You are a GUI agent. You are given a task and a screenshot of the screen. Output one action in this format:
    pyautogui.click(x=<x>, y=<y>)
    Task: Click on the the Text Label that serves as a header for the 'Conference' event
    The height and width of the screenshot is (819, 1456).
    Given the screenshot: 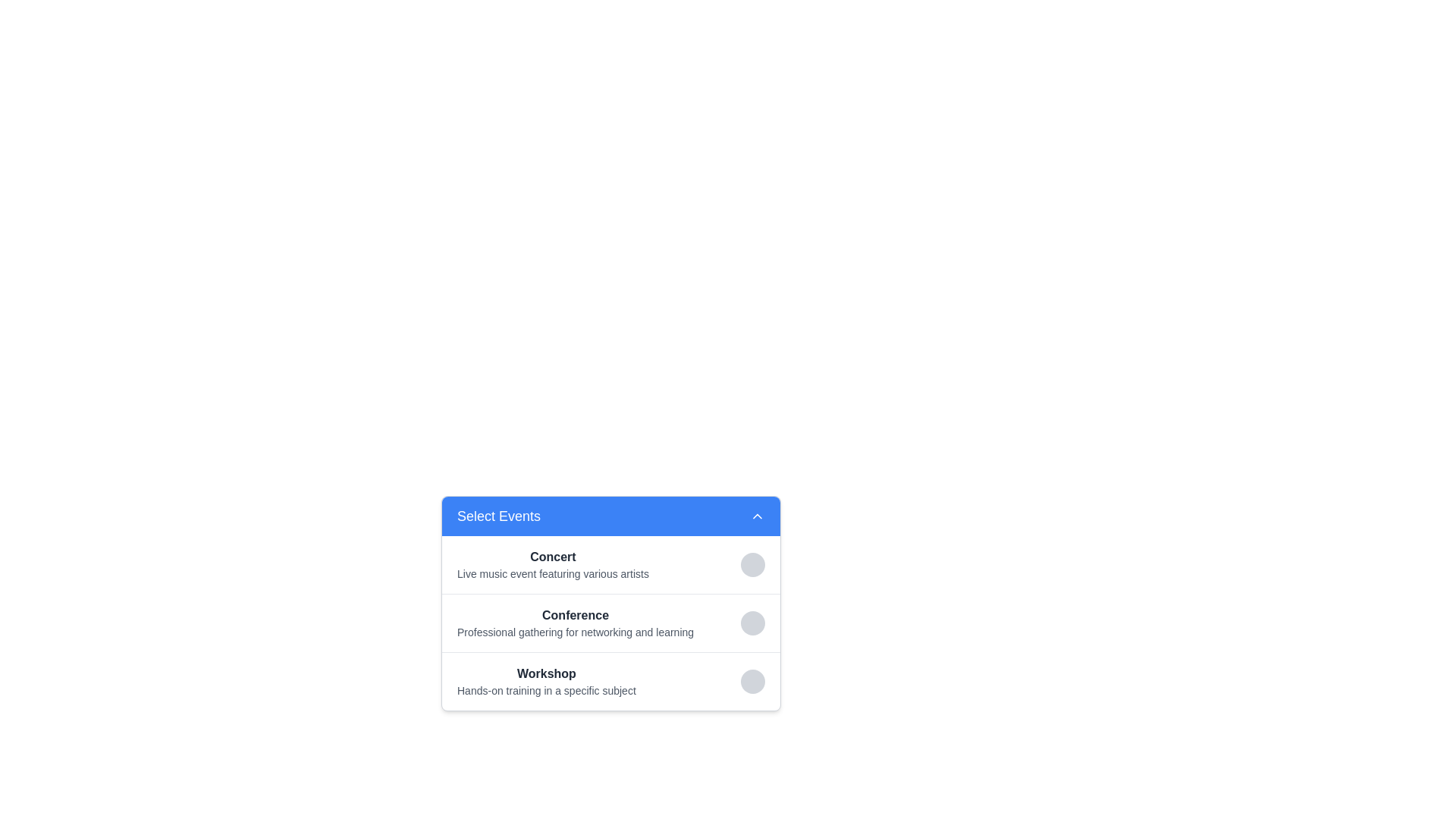 What is the action you would take?
    pyautogui.click(x=574, y=616)
    